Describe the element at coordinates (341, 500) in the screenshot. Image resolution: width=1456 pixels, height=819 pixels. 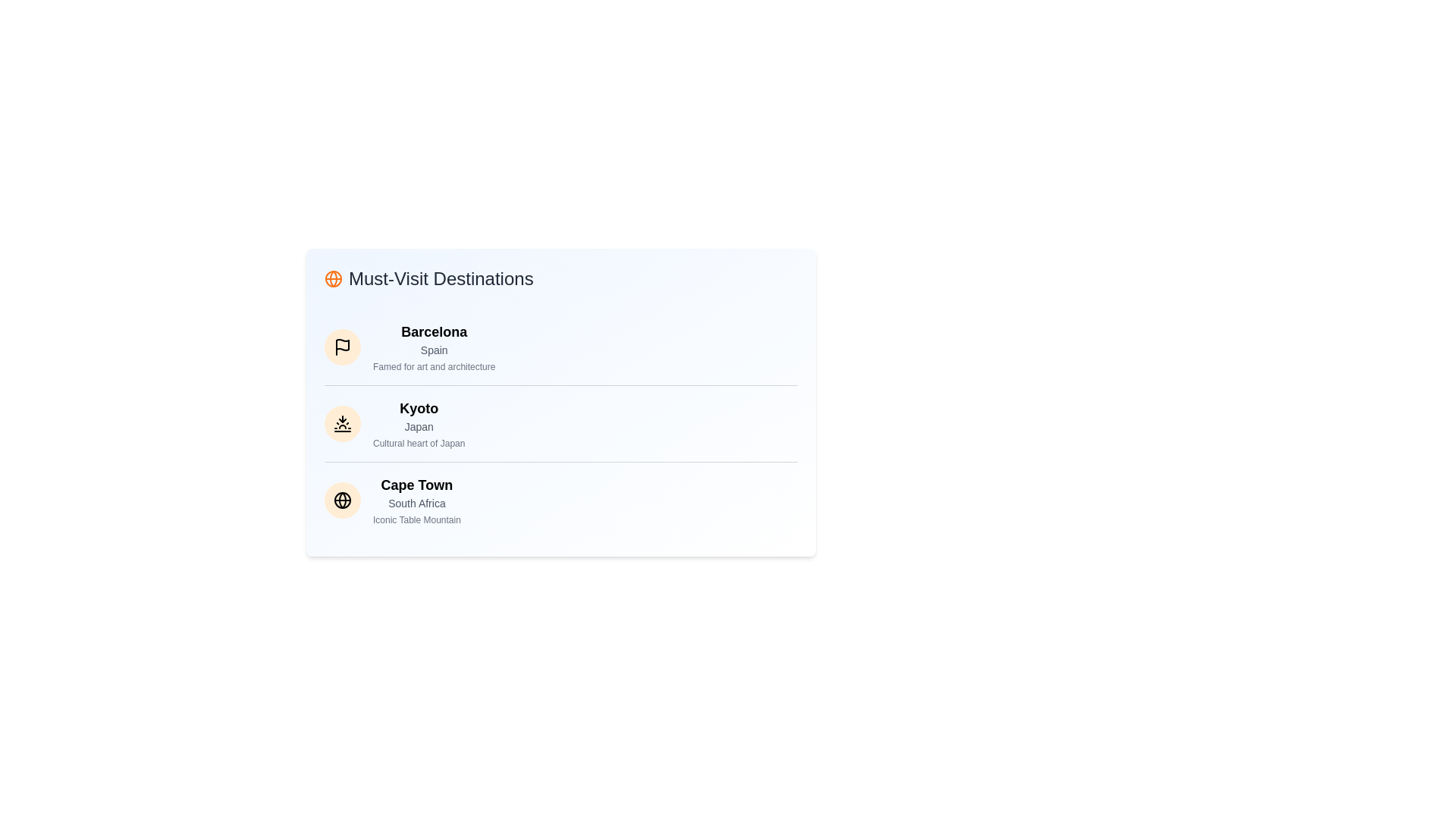
I see `the icon next to the destination Cape Town` at that location.